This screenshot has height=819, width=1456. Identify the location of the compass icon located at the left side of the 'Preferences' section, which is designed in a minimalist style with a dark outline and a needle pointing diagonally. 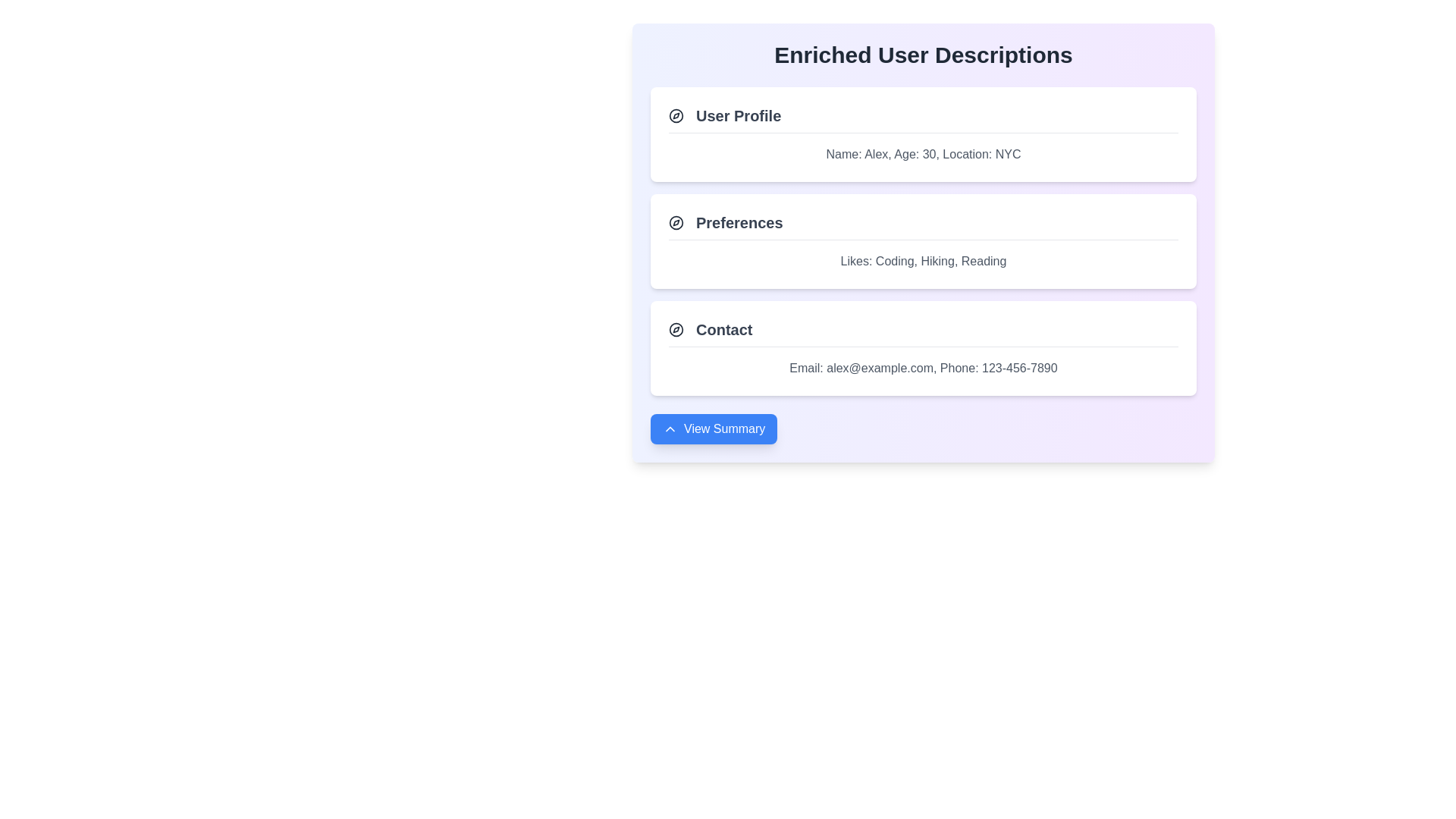
(676, 222).